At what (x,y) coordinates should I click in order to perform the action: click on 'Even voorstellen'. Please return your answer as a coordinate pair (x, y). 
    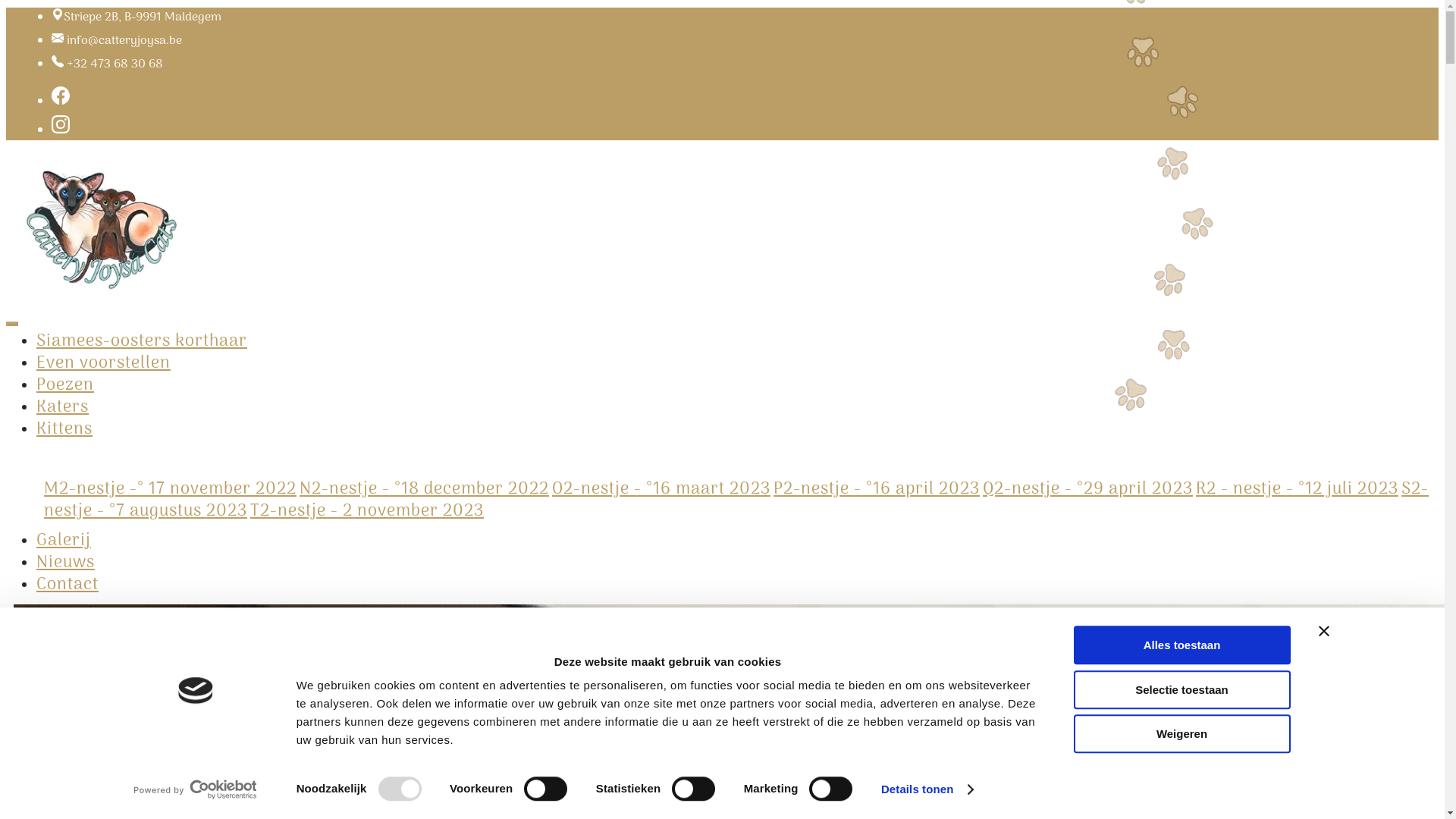
    Looking at the image, I should click on (102, 362).